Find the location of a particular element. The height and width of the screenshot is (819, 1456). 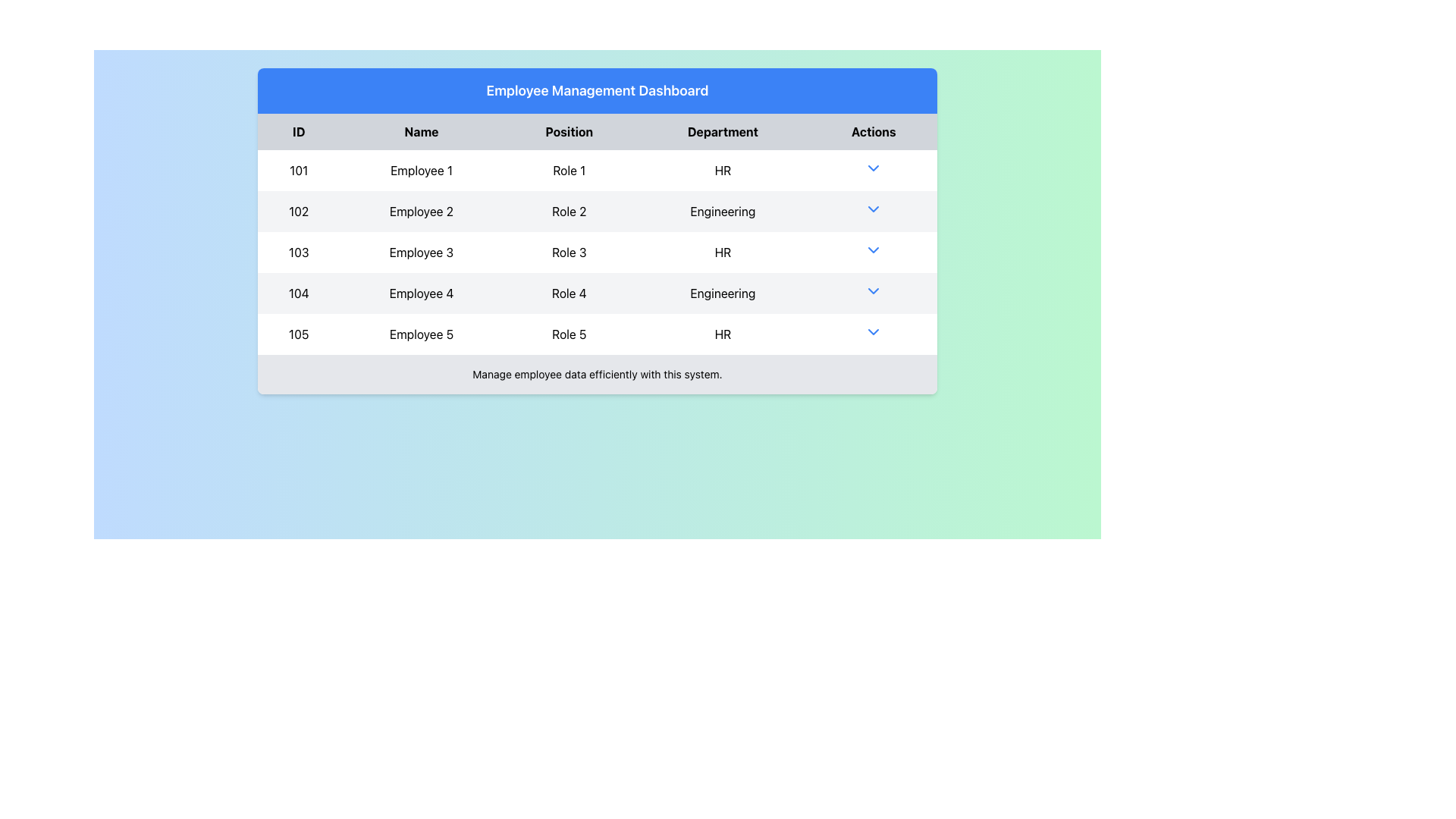

text 'Employee 3' from the second cell in the third row of the table, which is under the 'Name' column is located at coordinates (422, 251).